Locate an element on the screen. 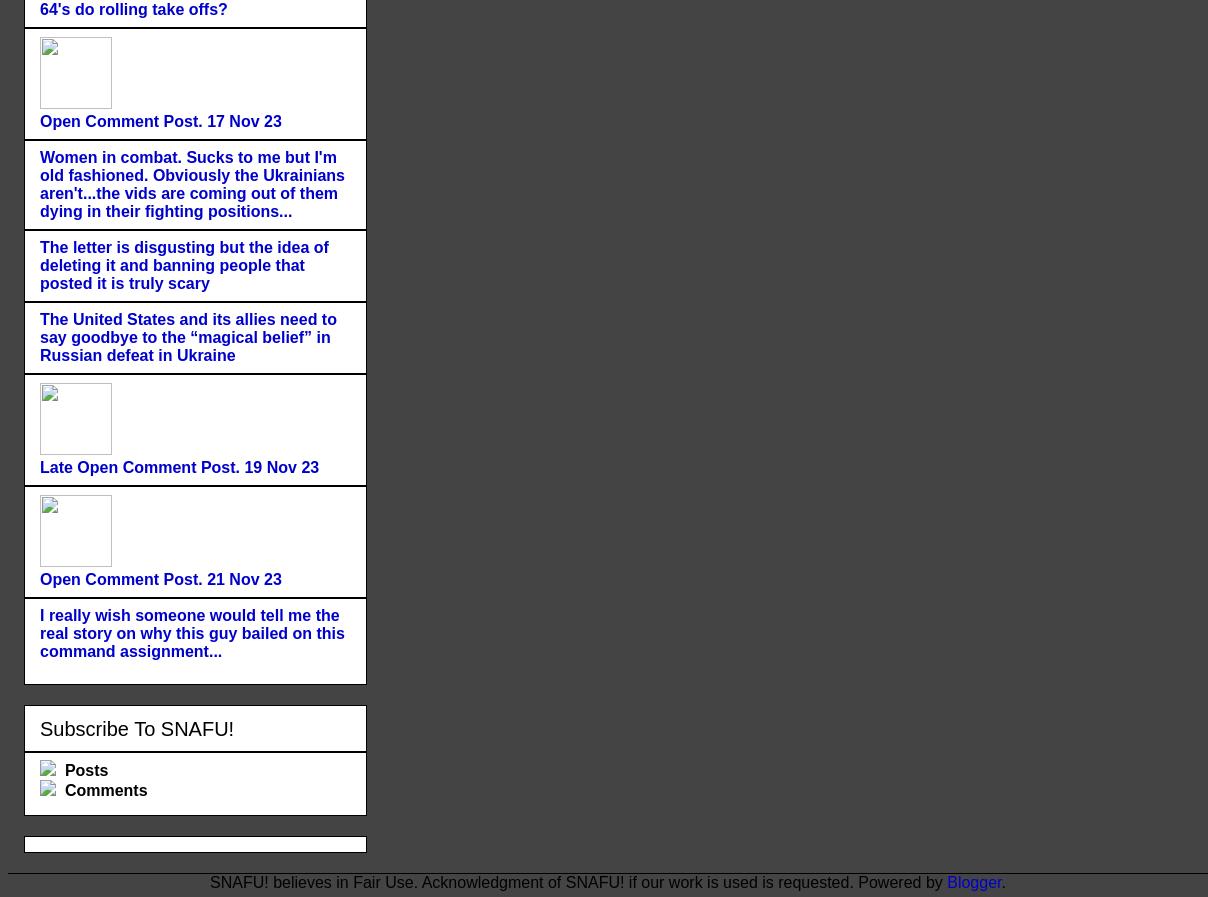  'Open Comment Post.  17 Nov 23' is located at coordinates (160, 119).